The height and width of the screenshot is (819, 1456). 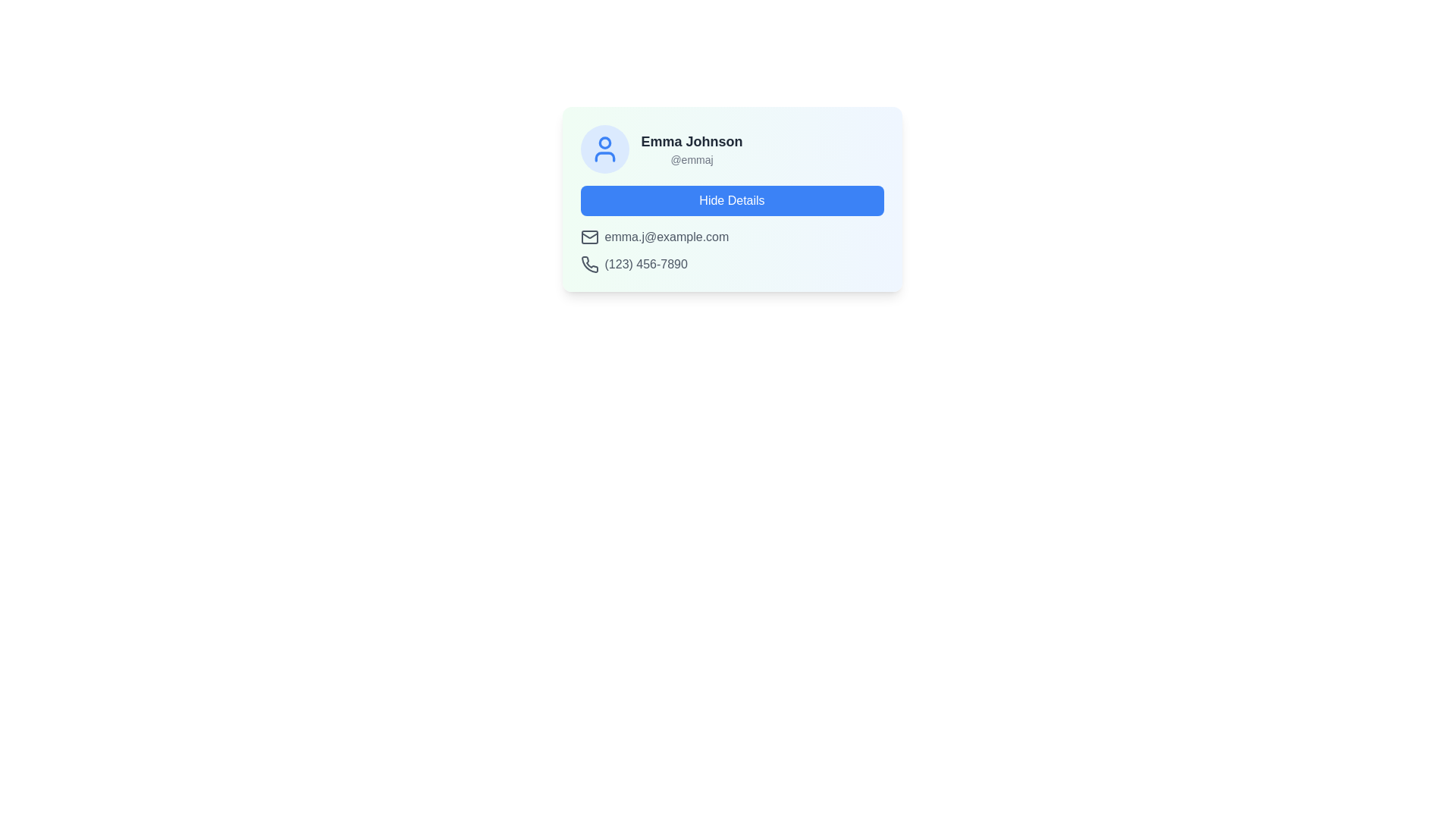 What do you see at coordinates (604, 143) in the screenshot?
I see `the circular graphical component representing the user profile head located at the top of the main user profile icon` at bounding box center [604, 143].